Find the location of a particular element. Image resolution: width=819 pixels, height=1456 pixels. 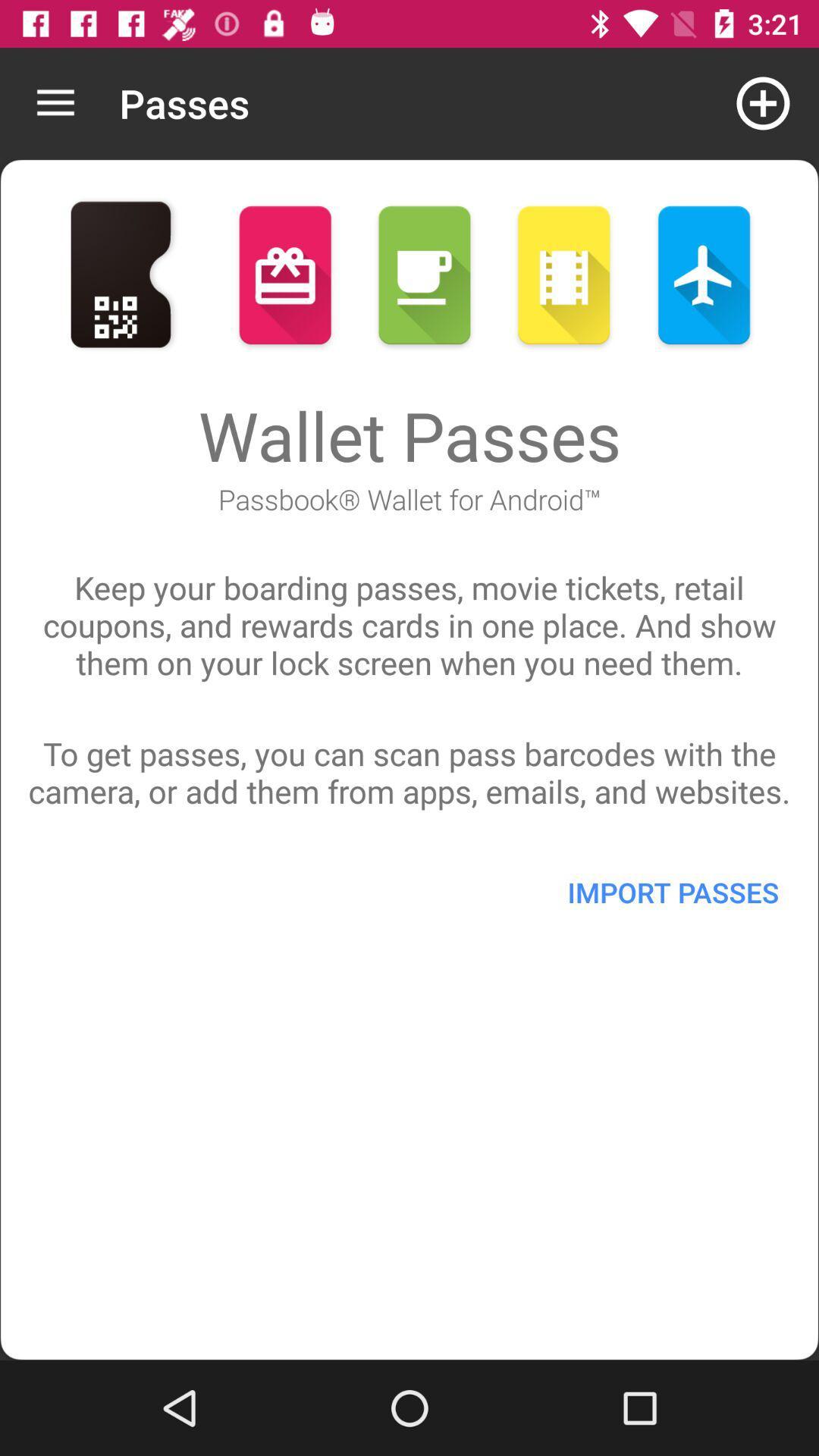

icon to the left of the passes icon is located at coordinates (55, 102).